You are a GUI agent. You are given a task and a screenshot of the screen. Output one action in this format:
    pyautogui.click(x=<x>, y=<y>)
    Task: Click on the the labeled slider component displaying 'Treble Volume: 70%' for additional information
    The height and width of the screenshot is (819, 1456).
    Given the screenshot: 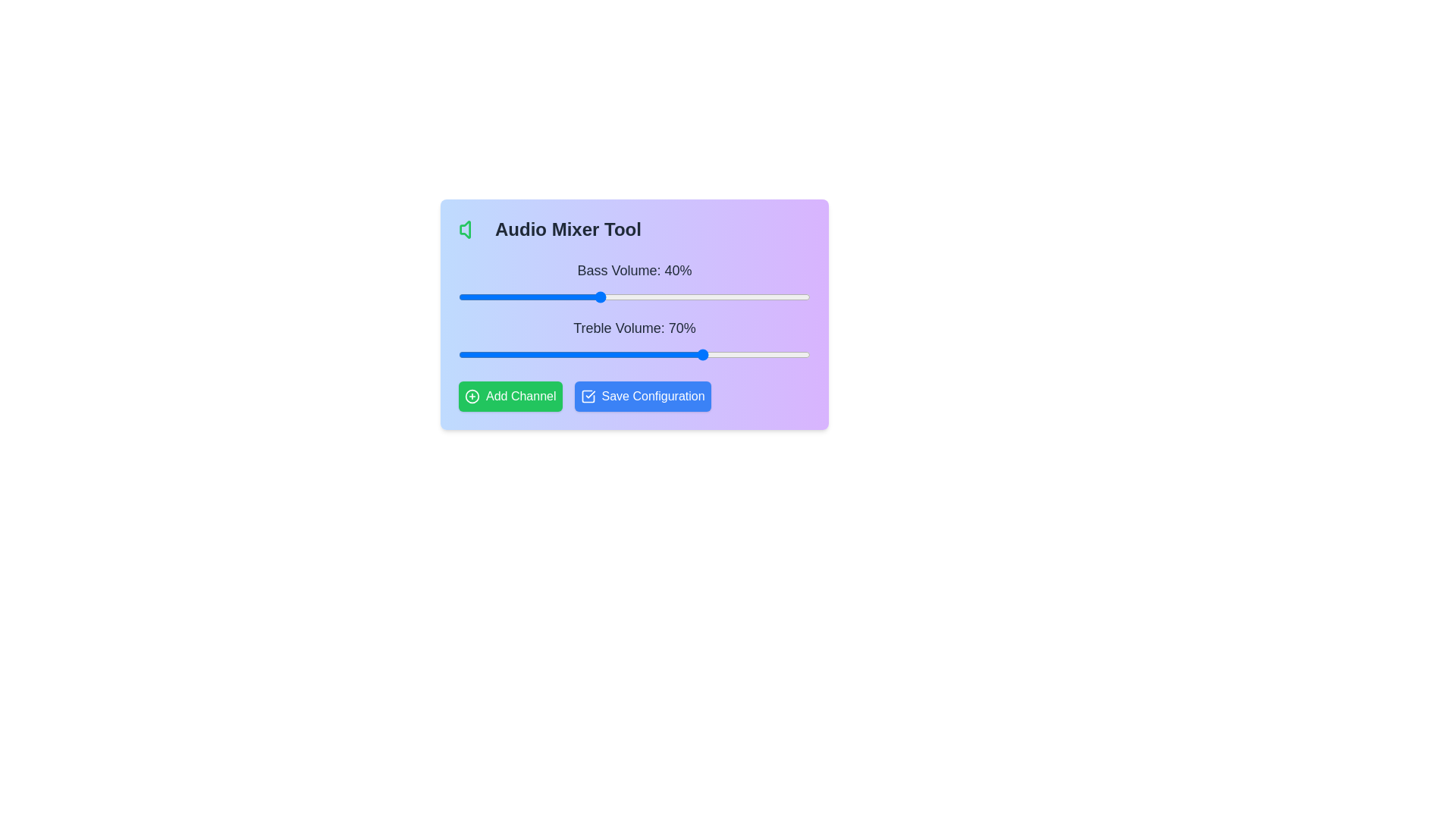 What is the action you would take?
    pyautogui.click(x=634, y=339)
    